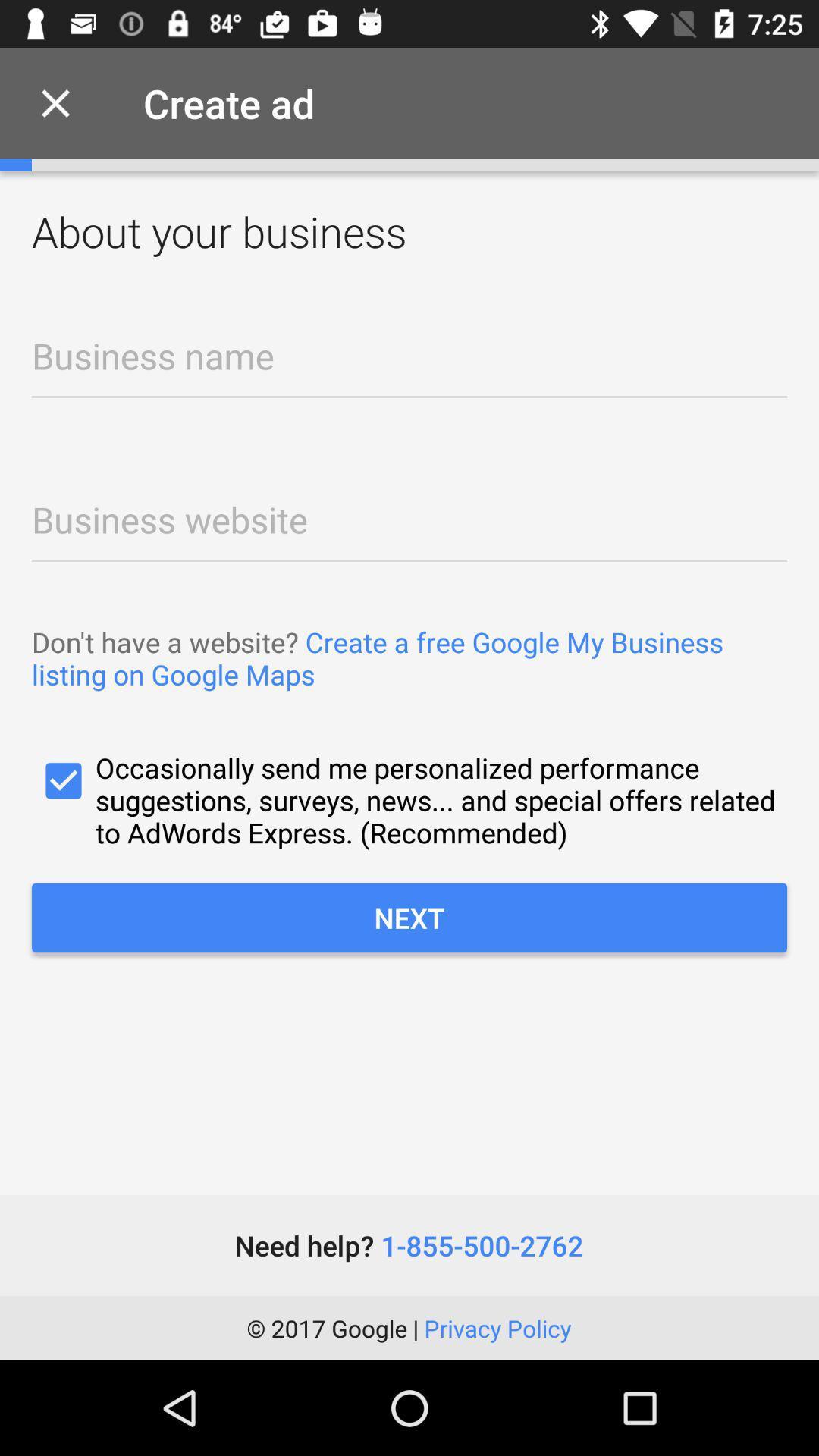  What do you see at coordinates (409, 658) in the screenshot?
I see `item above the occasionally send me item` at bounding box center [409, 658].